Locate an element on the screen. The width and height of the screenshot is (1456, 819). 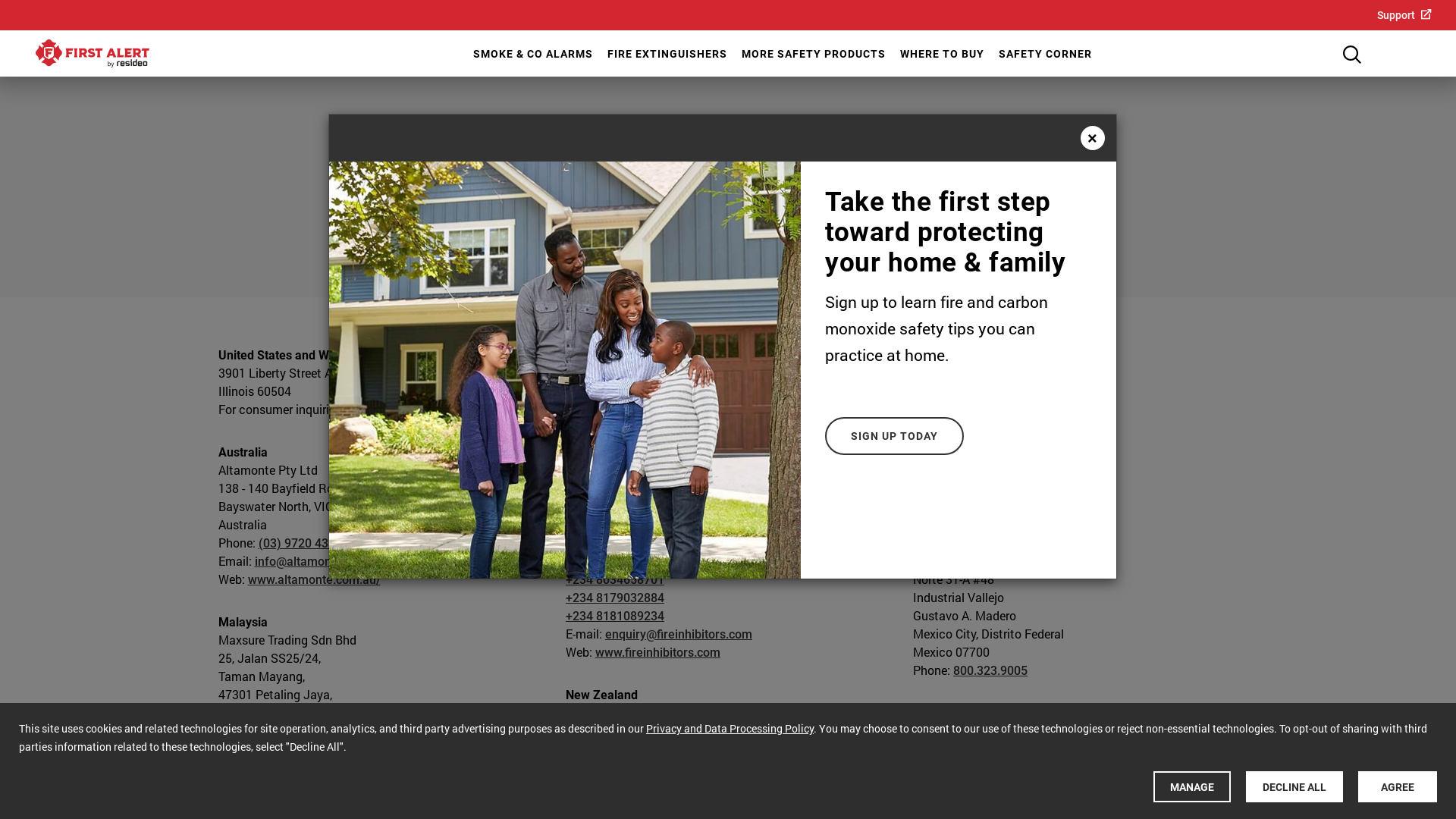
'Search Button' is located at coordinates (1351, 54).